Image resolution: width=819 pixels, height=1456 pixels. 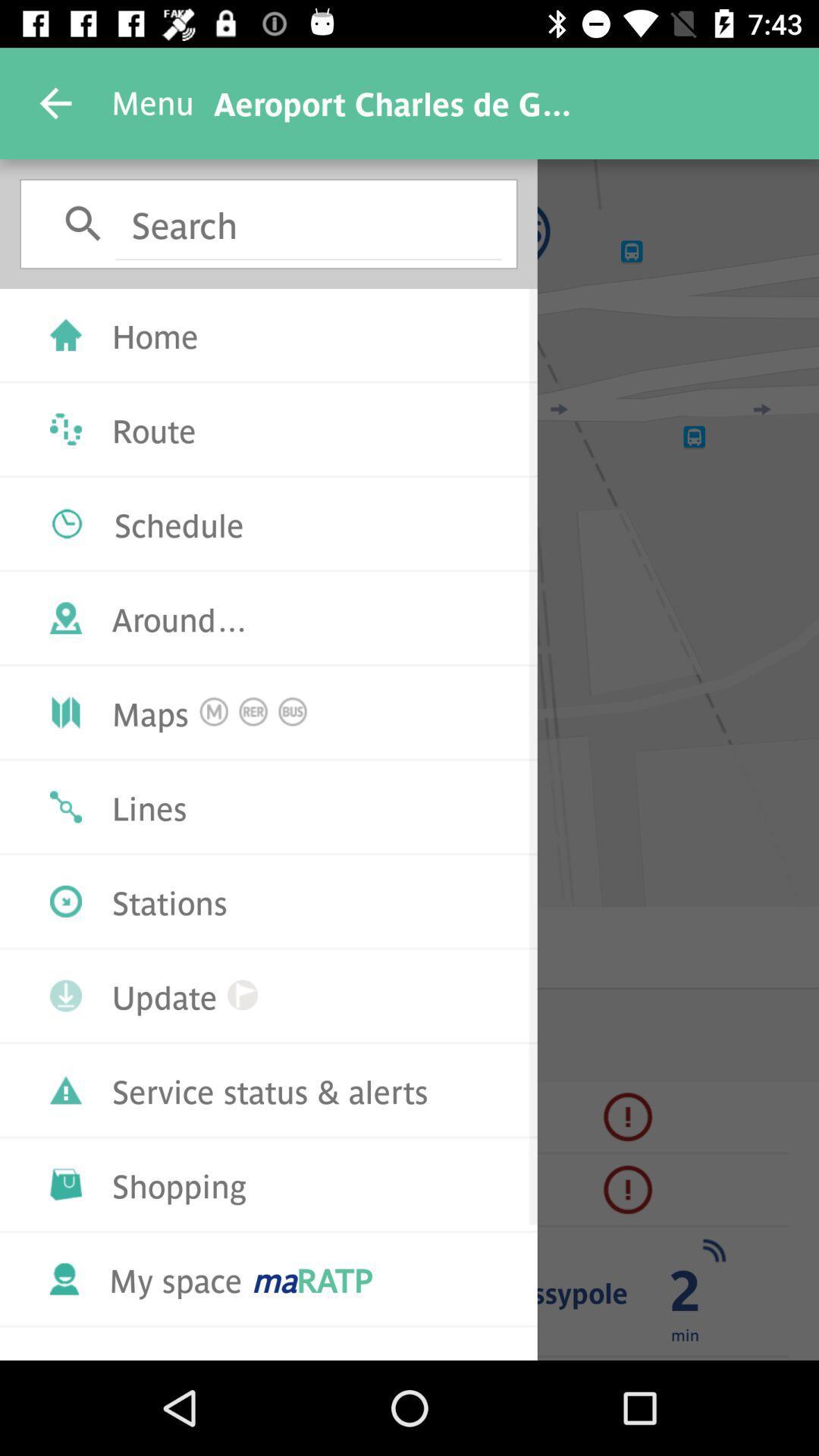 I want to click on the icon which is left hand side of the text shopping, so click(x=65, y=1183).